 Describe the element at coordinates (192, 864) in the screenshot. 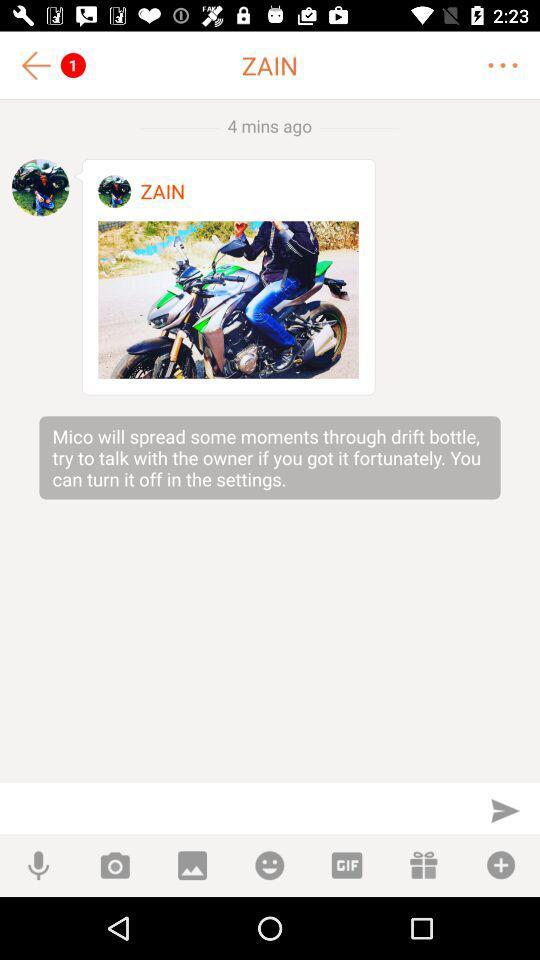

I see `the wallpaper icon` at that location.